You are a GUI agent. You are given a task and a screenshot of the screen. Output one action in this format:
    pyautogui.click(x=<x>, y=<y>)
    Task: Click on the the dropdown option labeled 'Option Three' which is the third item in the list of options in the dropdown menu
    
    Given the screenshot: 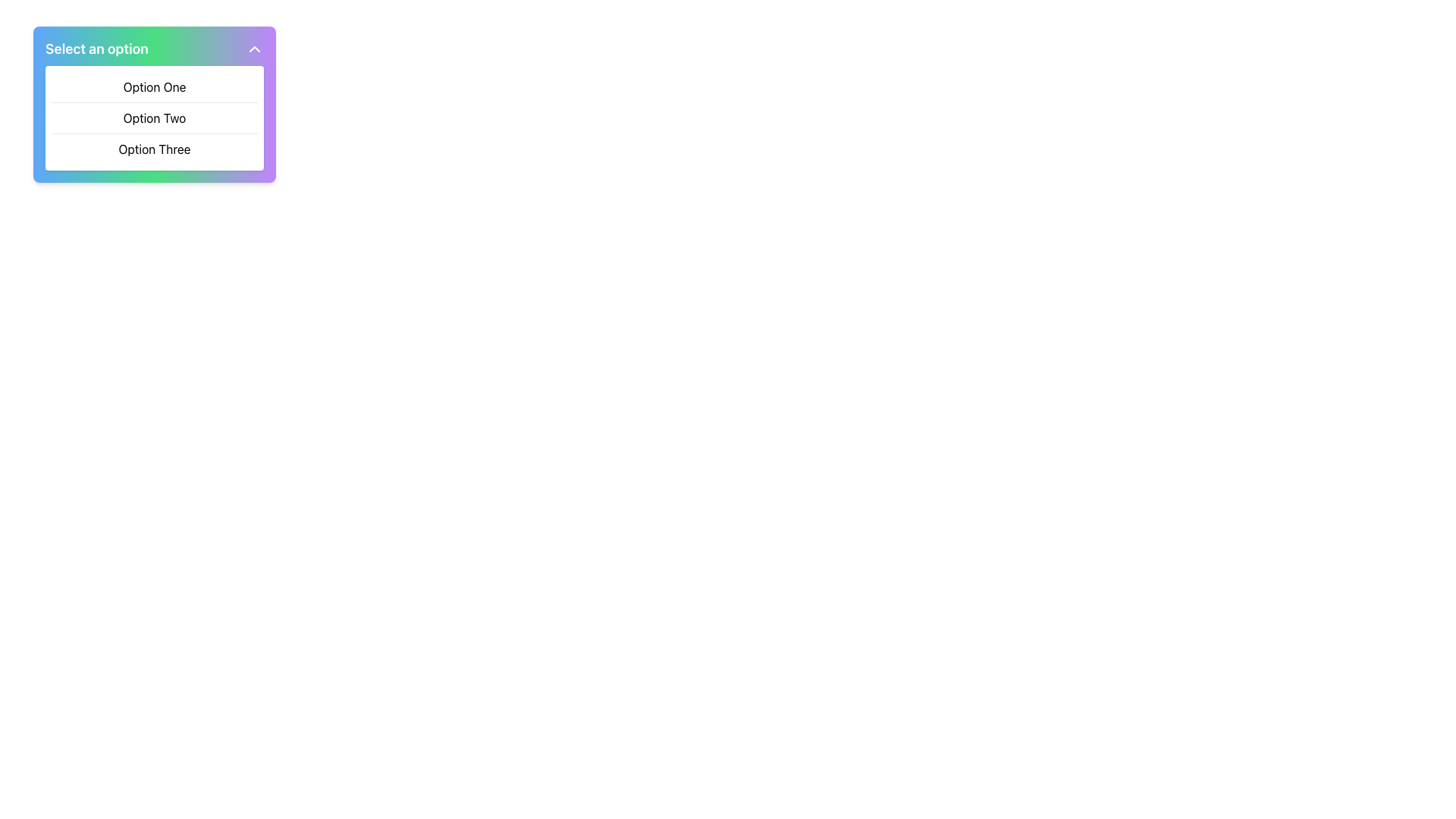 What is the action you would take?
    pyautogui.click(x=154, y=149)
    